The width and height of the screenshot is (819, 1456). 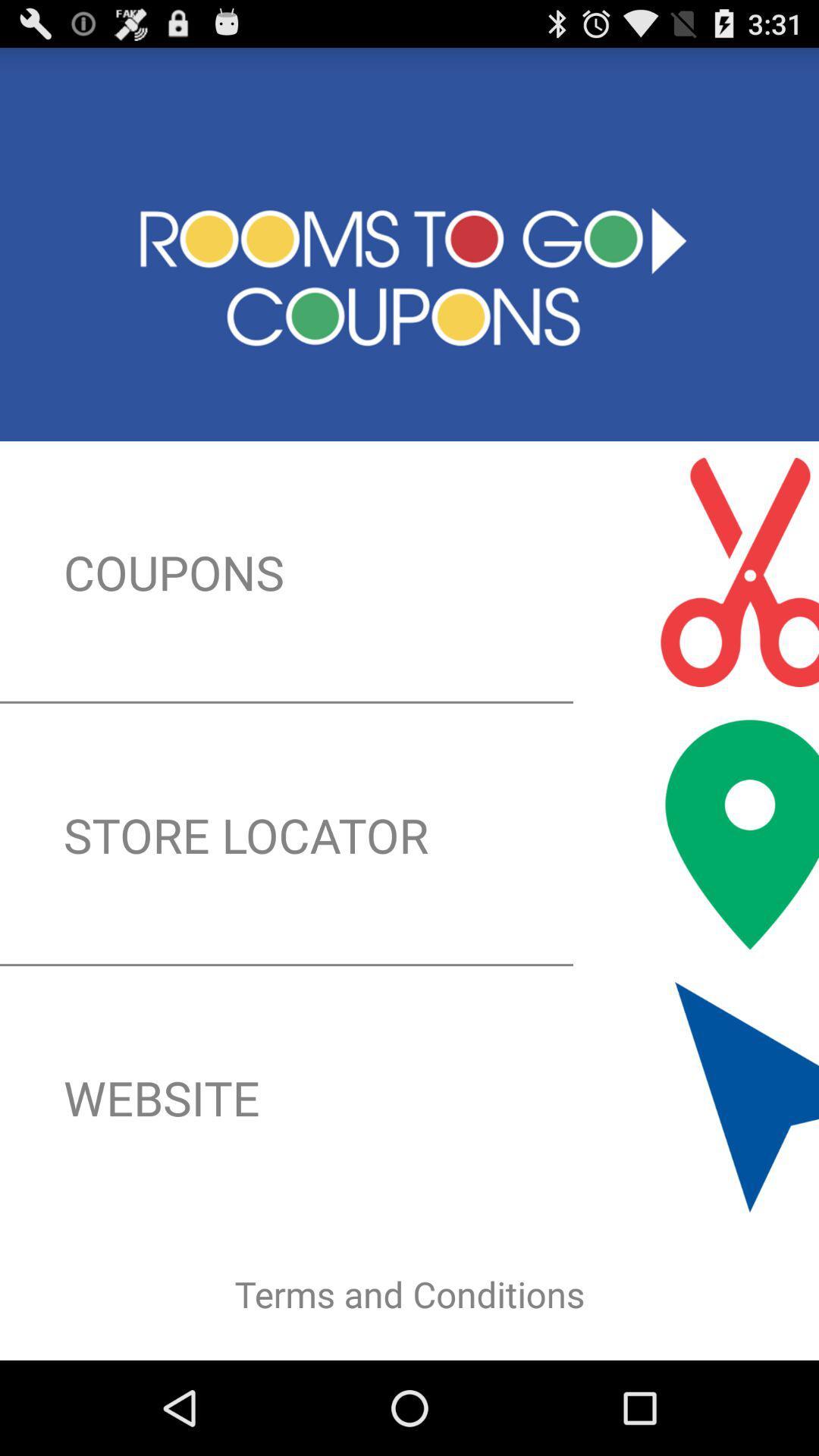 What do you see at coordinates (409, 833) in the screenshot?
I see `the icon below coupons` at bounding box center [409, 833].